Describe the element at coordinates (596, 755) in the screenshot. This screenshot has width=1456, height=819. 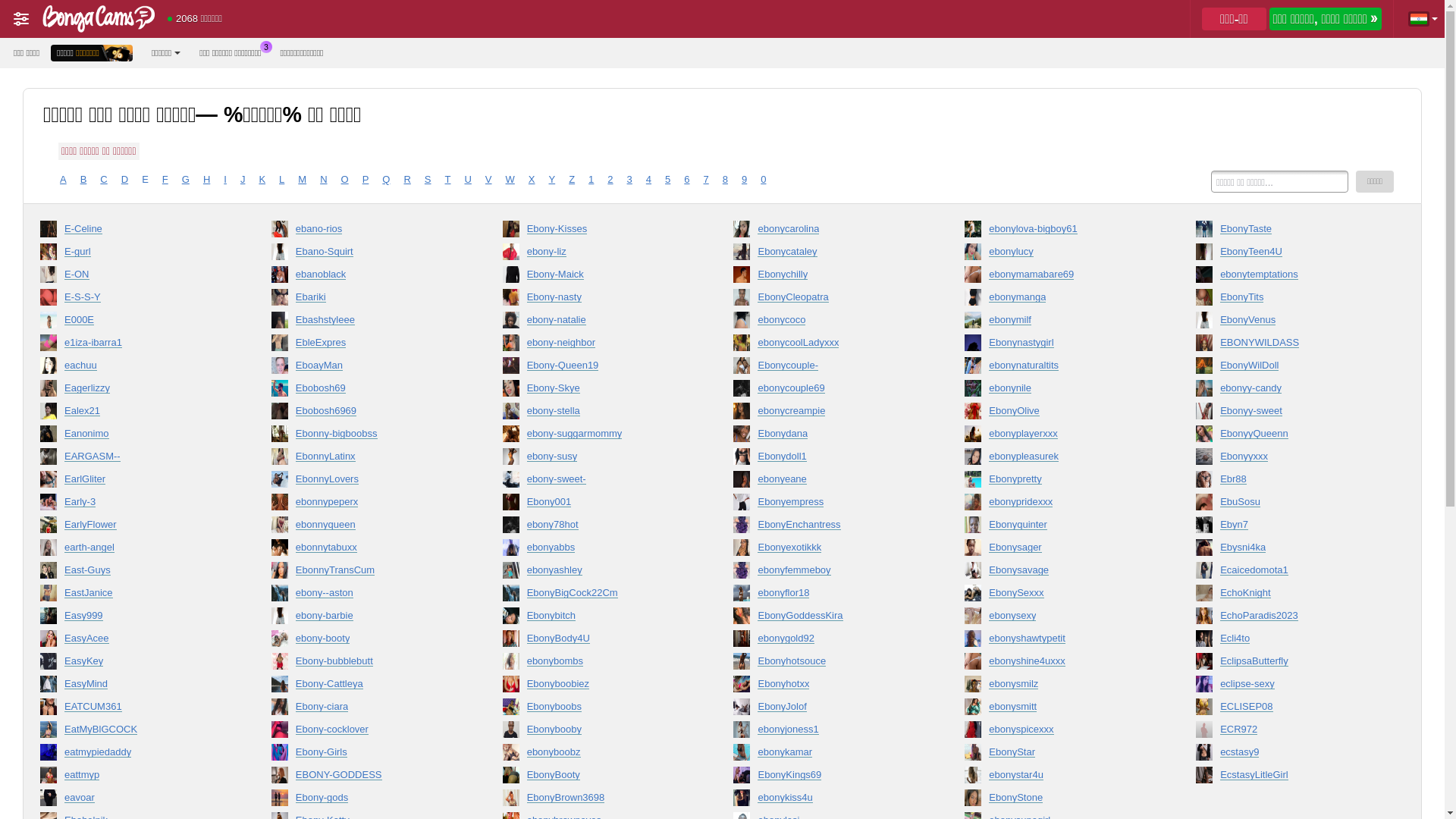
I see `'ebonyboobz'` at that location.